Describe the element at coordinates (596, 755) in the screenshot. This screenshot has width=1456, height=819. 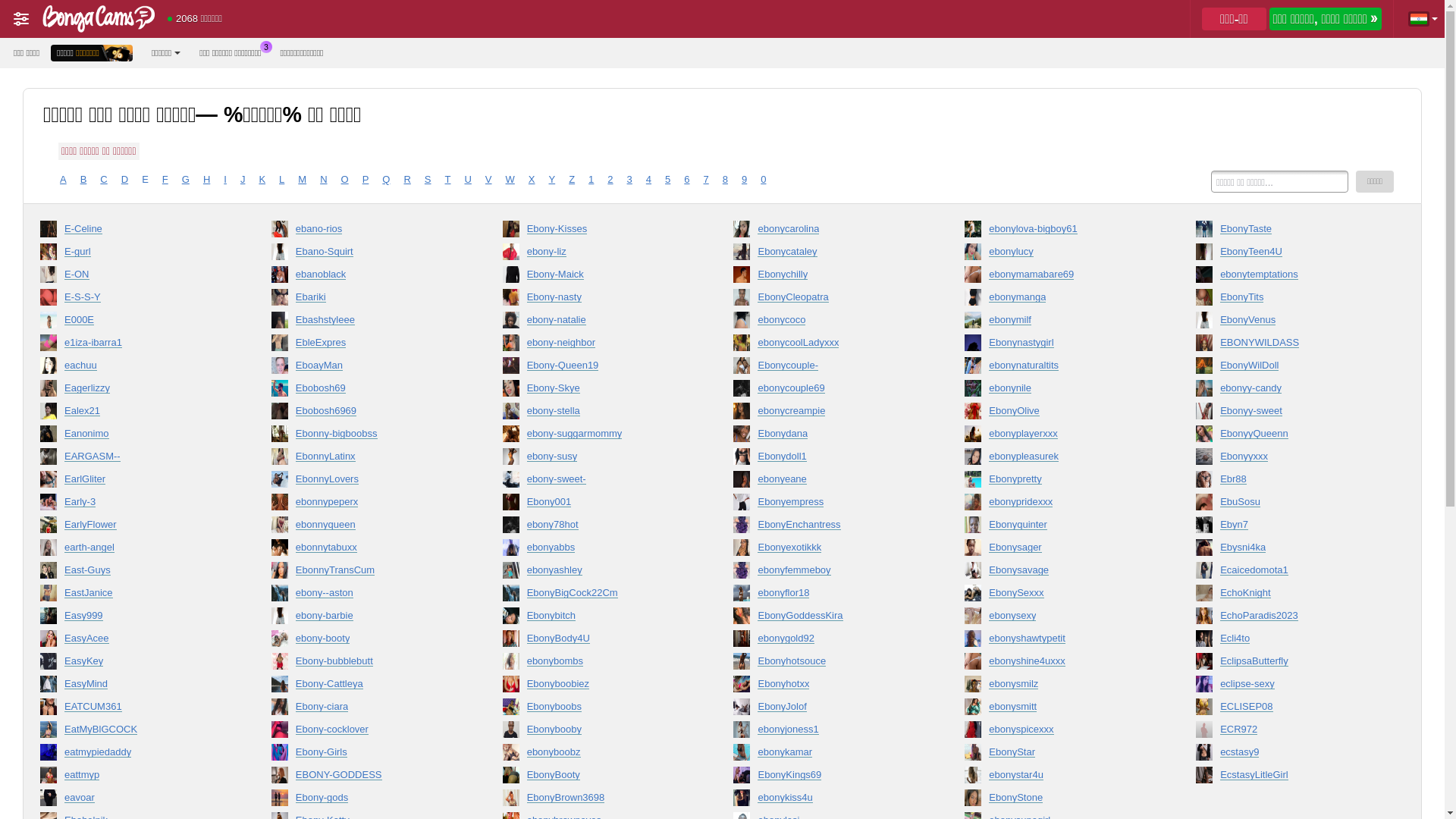
I see `'ebonyboobz'` at that location.